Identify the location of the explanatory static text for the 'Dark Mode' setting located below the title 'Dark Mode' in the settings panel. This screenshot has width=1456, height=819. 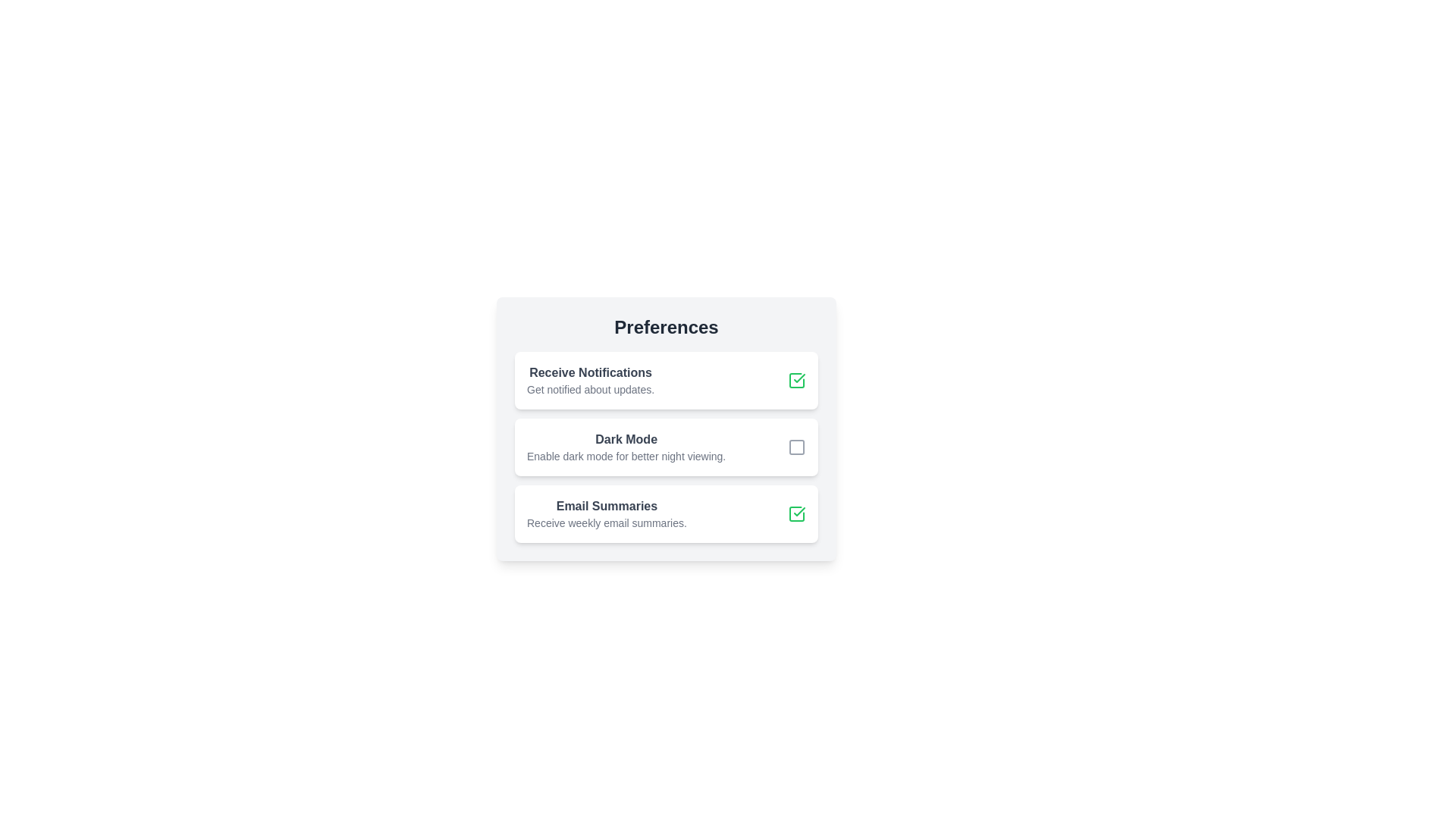
(626, 455).